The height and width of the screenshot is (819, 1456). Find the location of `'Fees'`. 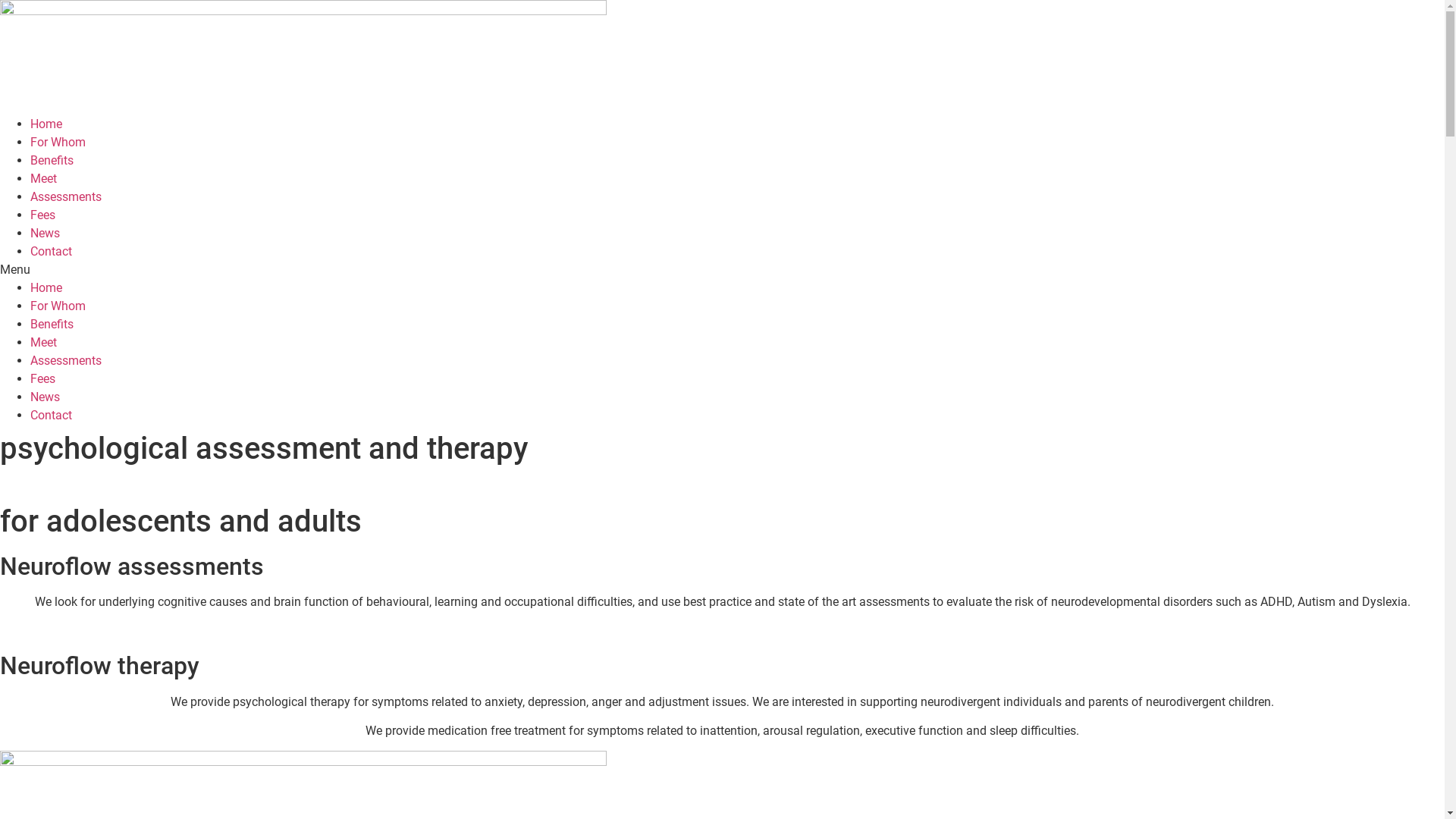

'Fees' is located at coordinates (42, 378).